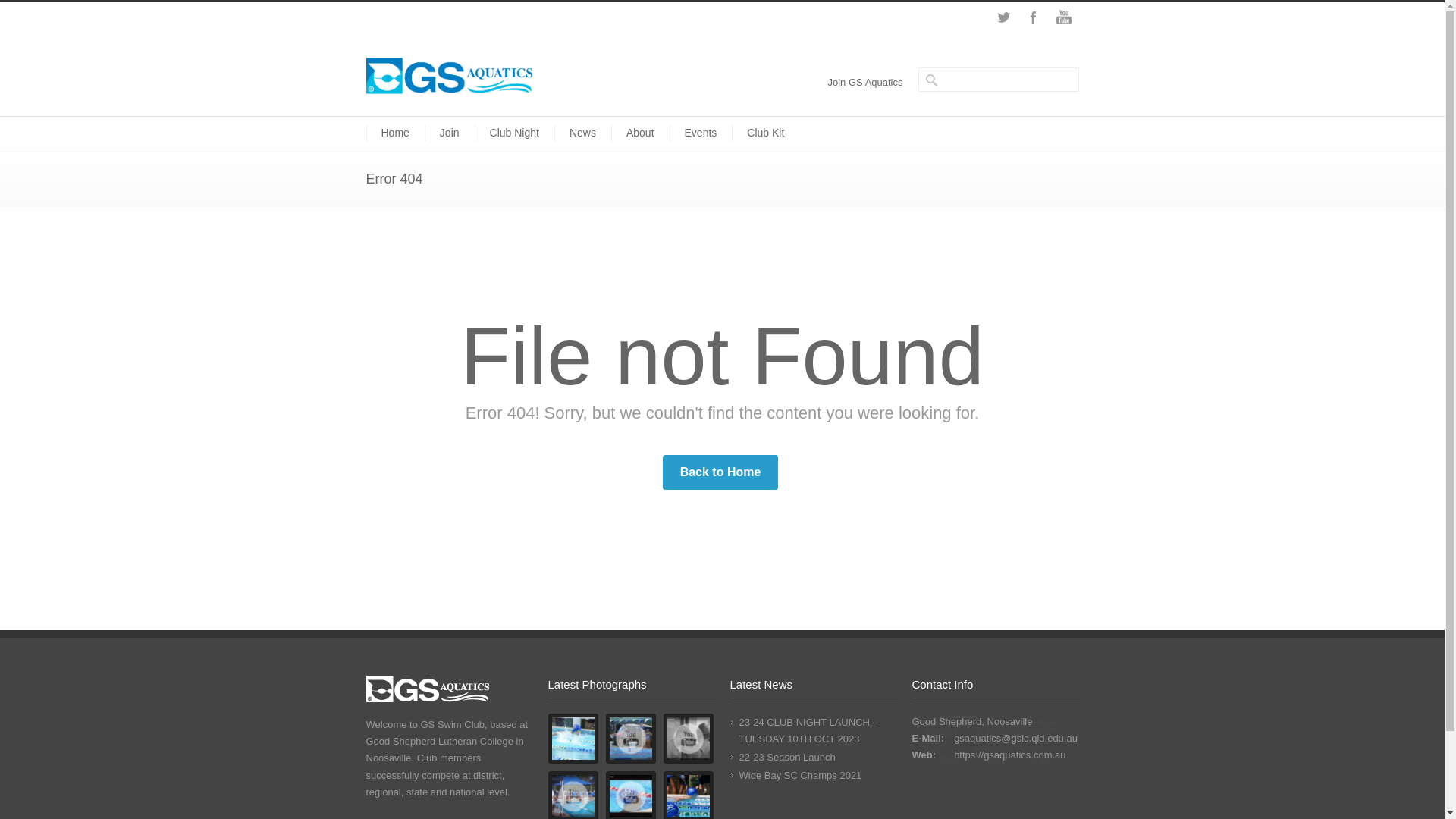 This screenshot has width=1456, height=819. I want to click on 'Events', so click(700, 131).